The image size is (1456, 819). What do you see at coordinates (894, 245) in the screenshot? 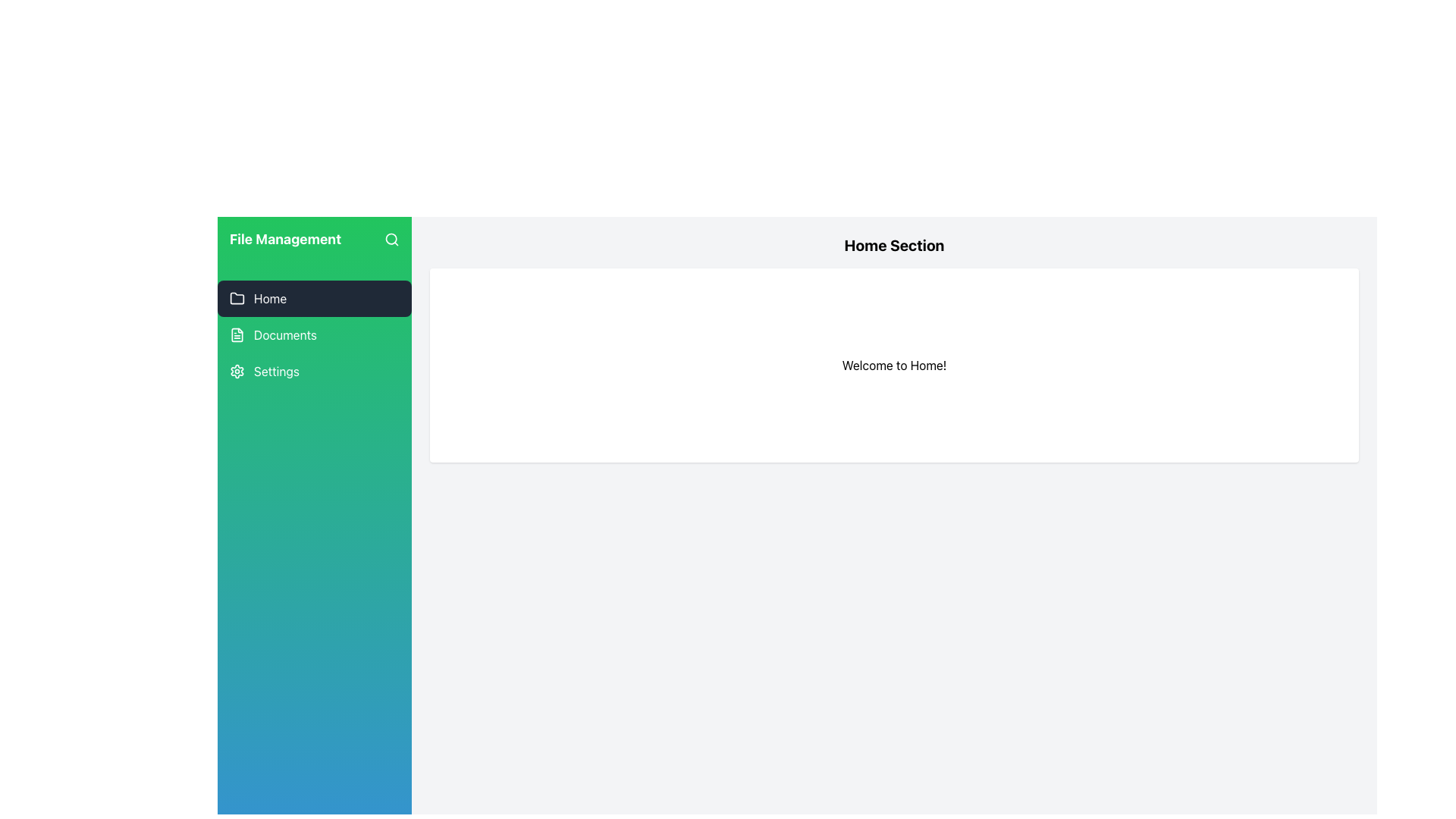
I see `the heading that serves as the title for the current section, located at the top of the central content area, above the text 'Welcome to Home!'` at bounding box center [894, 245].